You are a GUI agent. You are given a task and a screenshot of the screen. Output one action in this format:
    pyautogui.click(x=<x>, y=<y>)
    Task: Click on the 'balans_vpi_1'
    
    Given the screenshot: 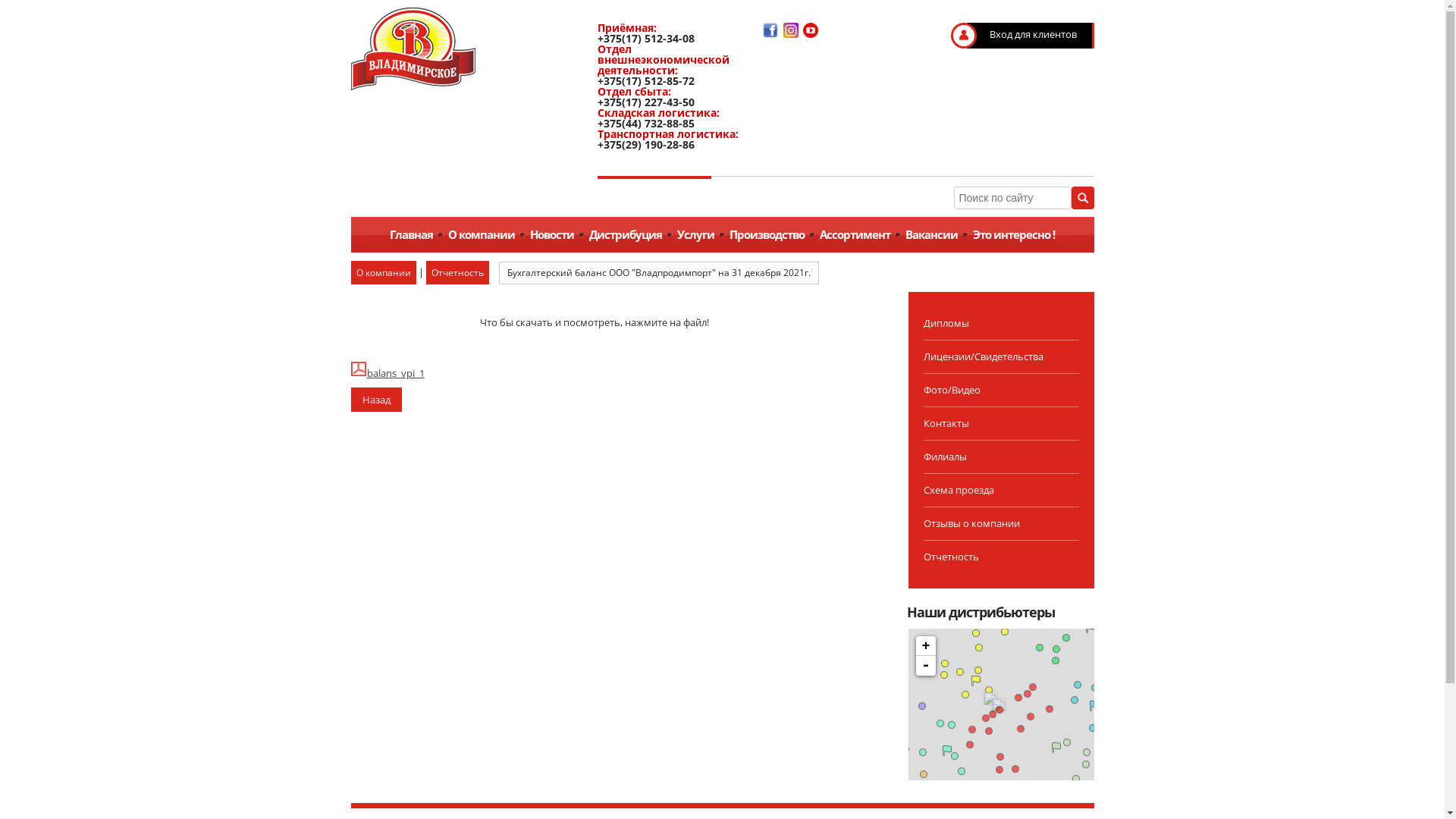 What is the action you would take?
    pyautogui.click(x=349, y=373)
    